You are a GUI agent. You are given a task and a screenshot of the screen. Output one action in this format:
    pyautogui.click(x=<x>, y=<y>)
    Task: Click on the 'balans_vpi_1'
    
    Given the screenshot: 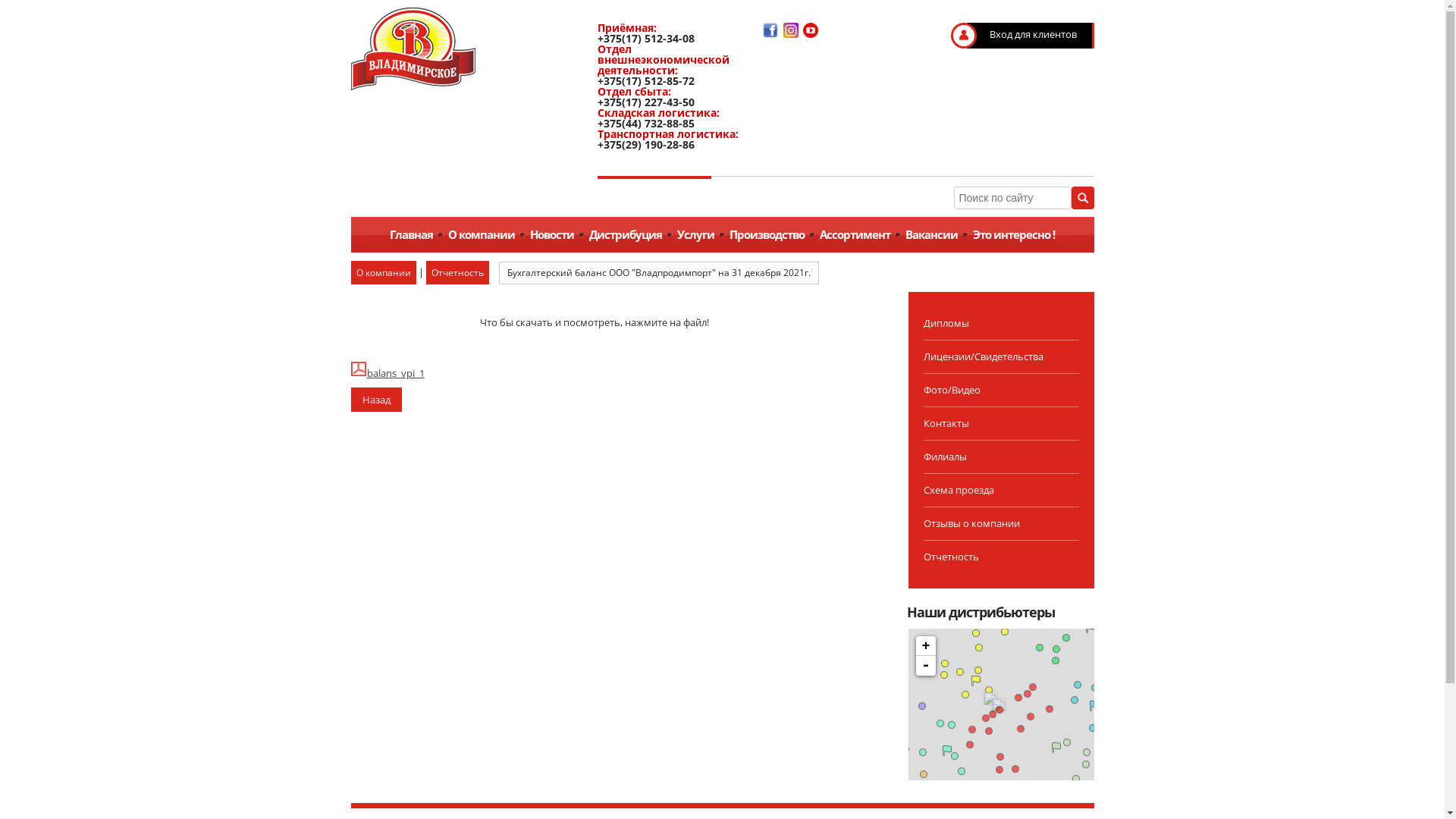 What is the action you would take?
    pyautogui.click(x=349, y=373)
    